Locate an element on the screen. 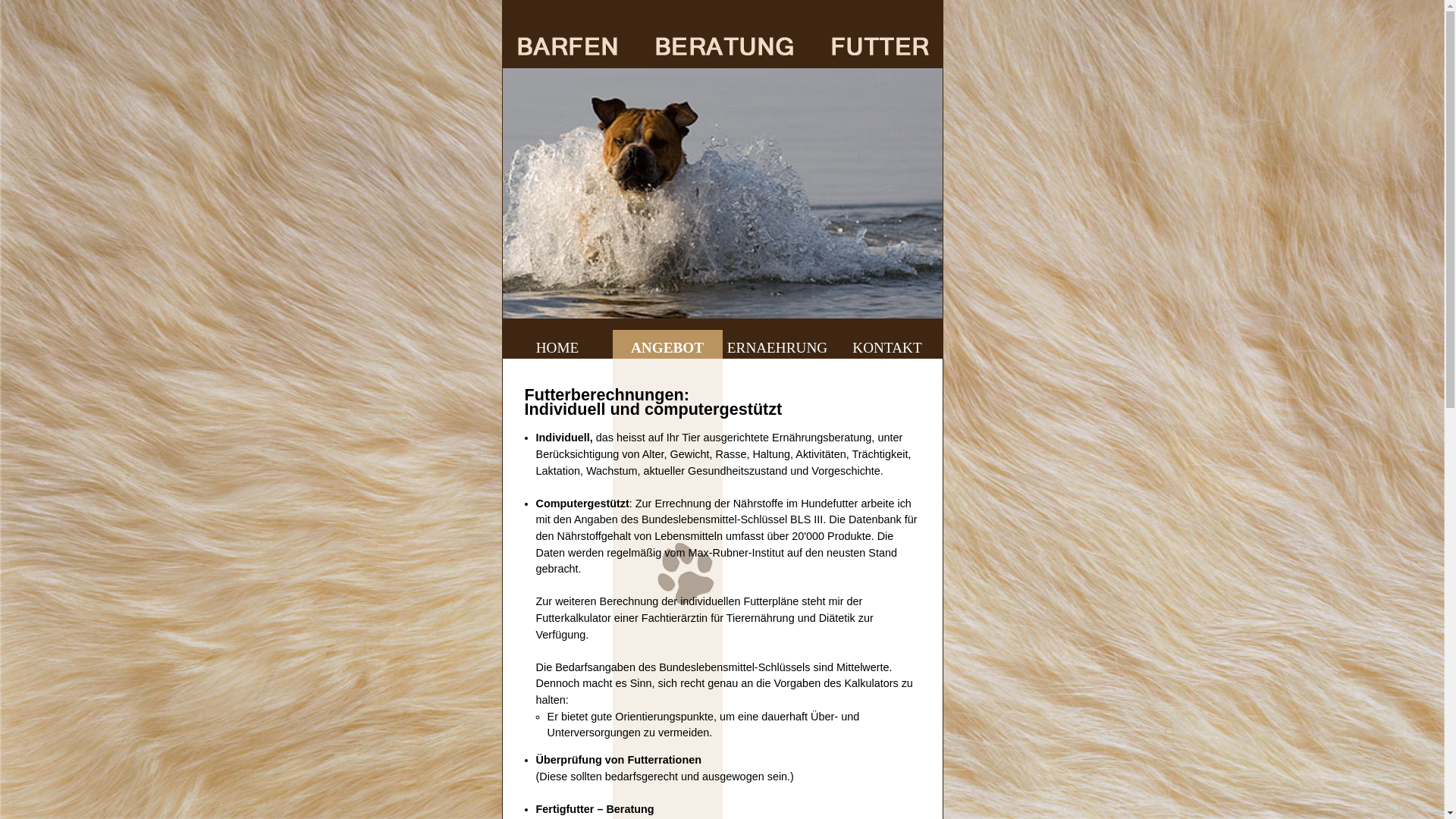 Image resolution: width=1456 pixels, height=819 pixels. 'ANGEBOT' is located at coordinates (667, 344).